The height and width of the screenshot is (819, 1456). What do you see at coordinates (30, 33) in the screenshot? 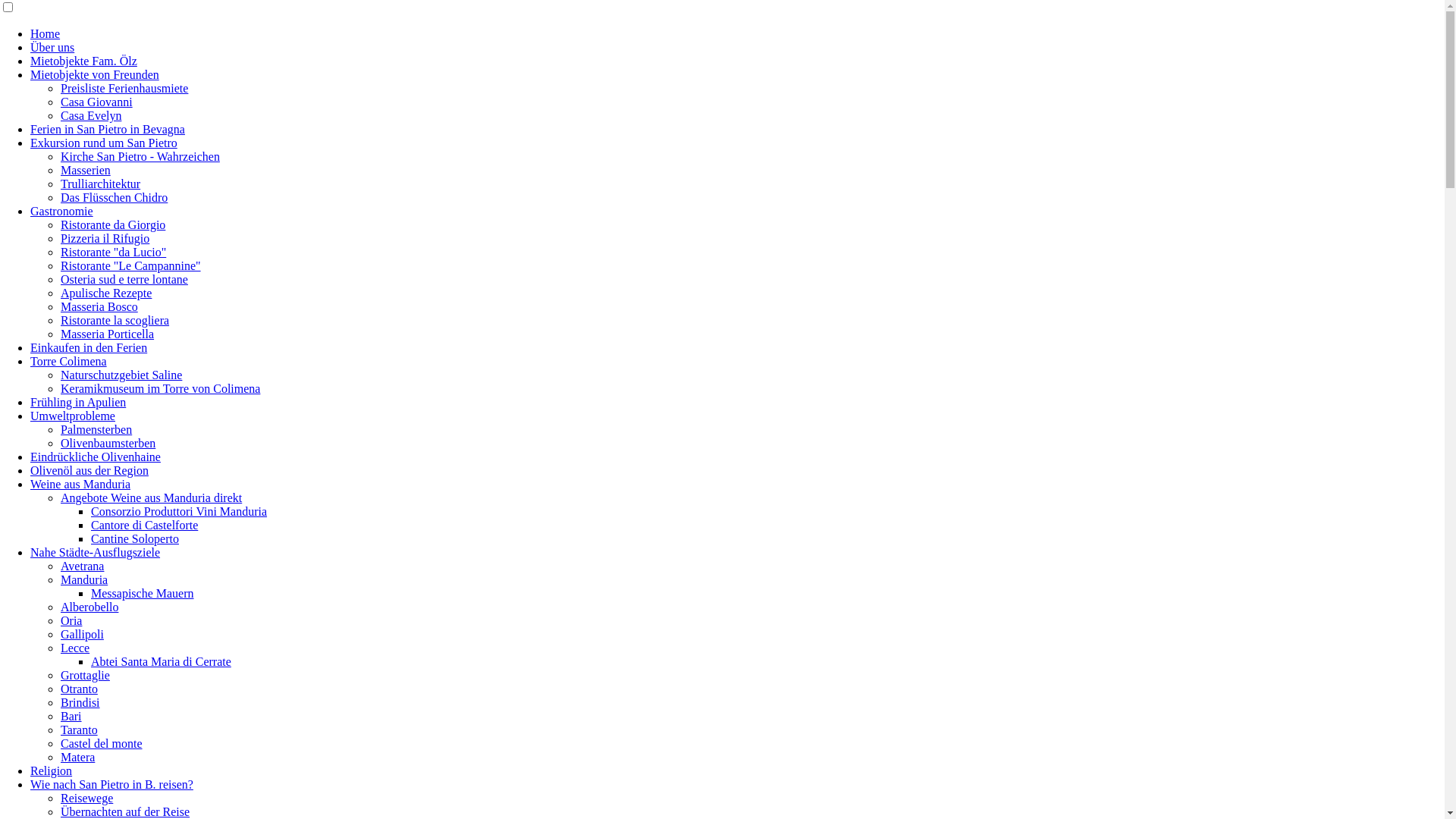
I see `'Home'` at bounding box center [30, 33].